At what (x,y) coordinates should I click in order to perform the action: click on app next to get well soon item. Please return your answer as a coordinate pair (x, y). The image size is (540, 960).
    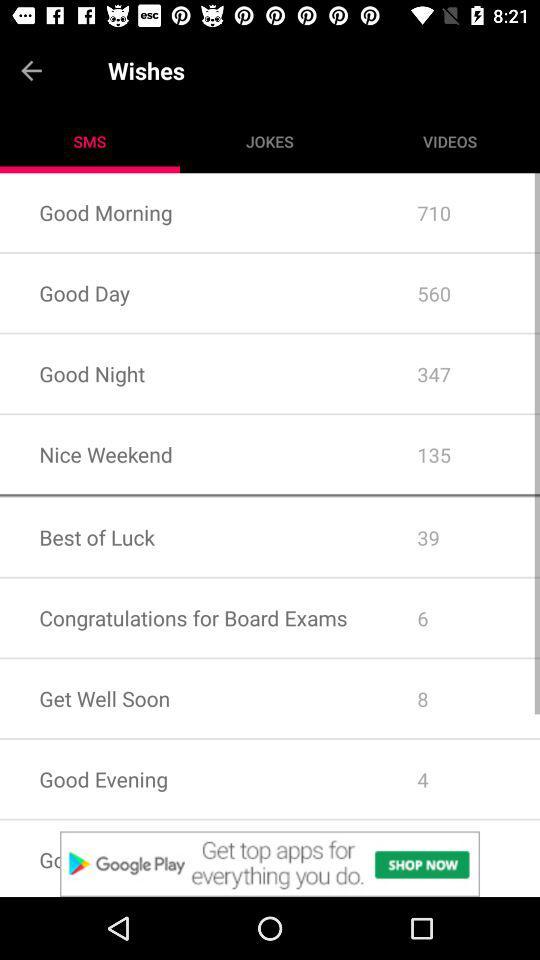
    Looking at the image, I should click on (459, 778).